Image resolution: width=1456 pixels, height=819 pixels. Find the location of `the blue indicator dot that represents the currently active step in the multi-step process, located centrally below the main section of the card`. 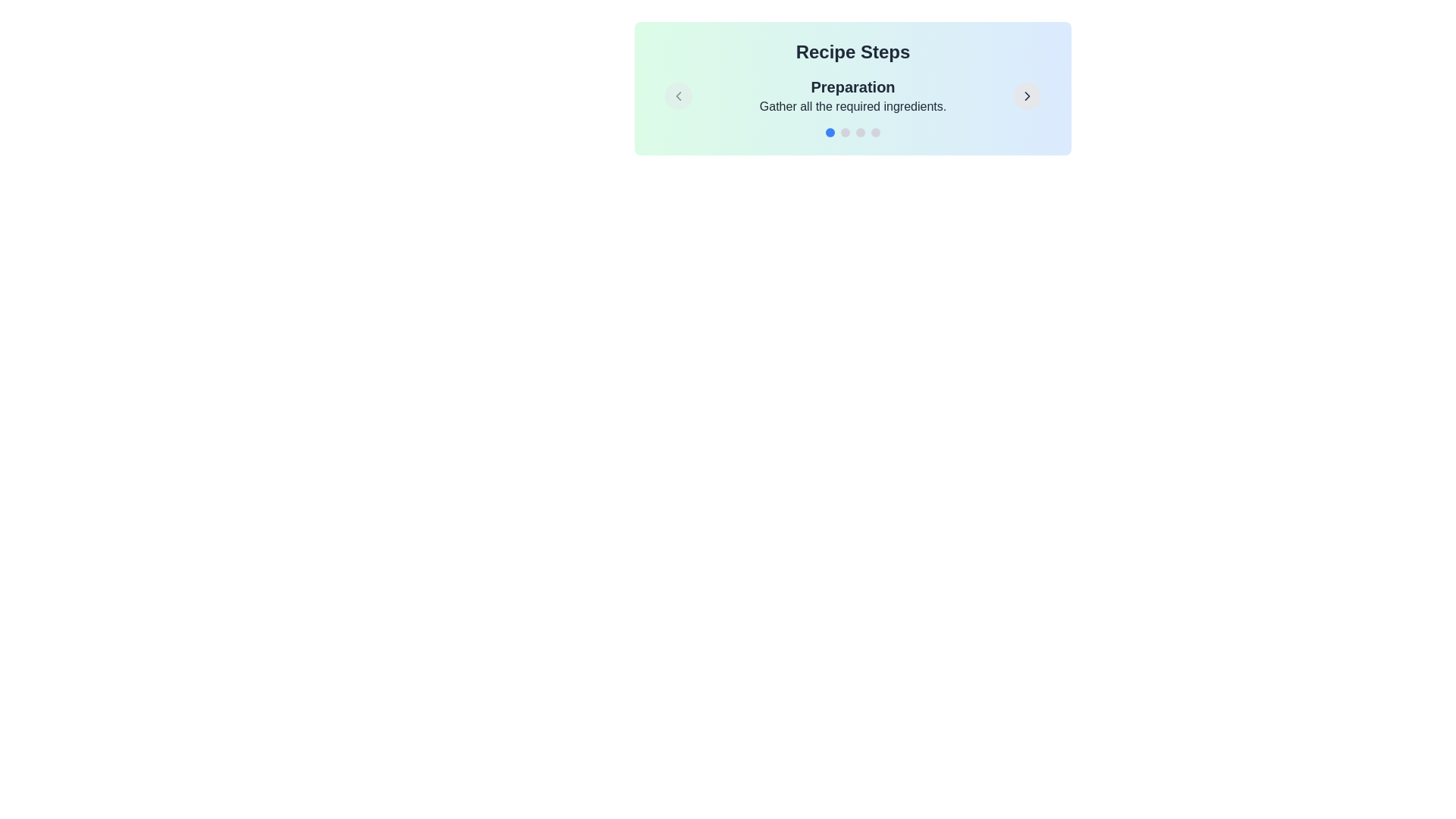

the blue indicator dot that represents the currently active step in the multi-step process, located centrally below the main section of the card is located at coordinates (829, 131).